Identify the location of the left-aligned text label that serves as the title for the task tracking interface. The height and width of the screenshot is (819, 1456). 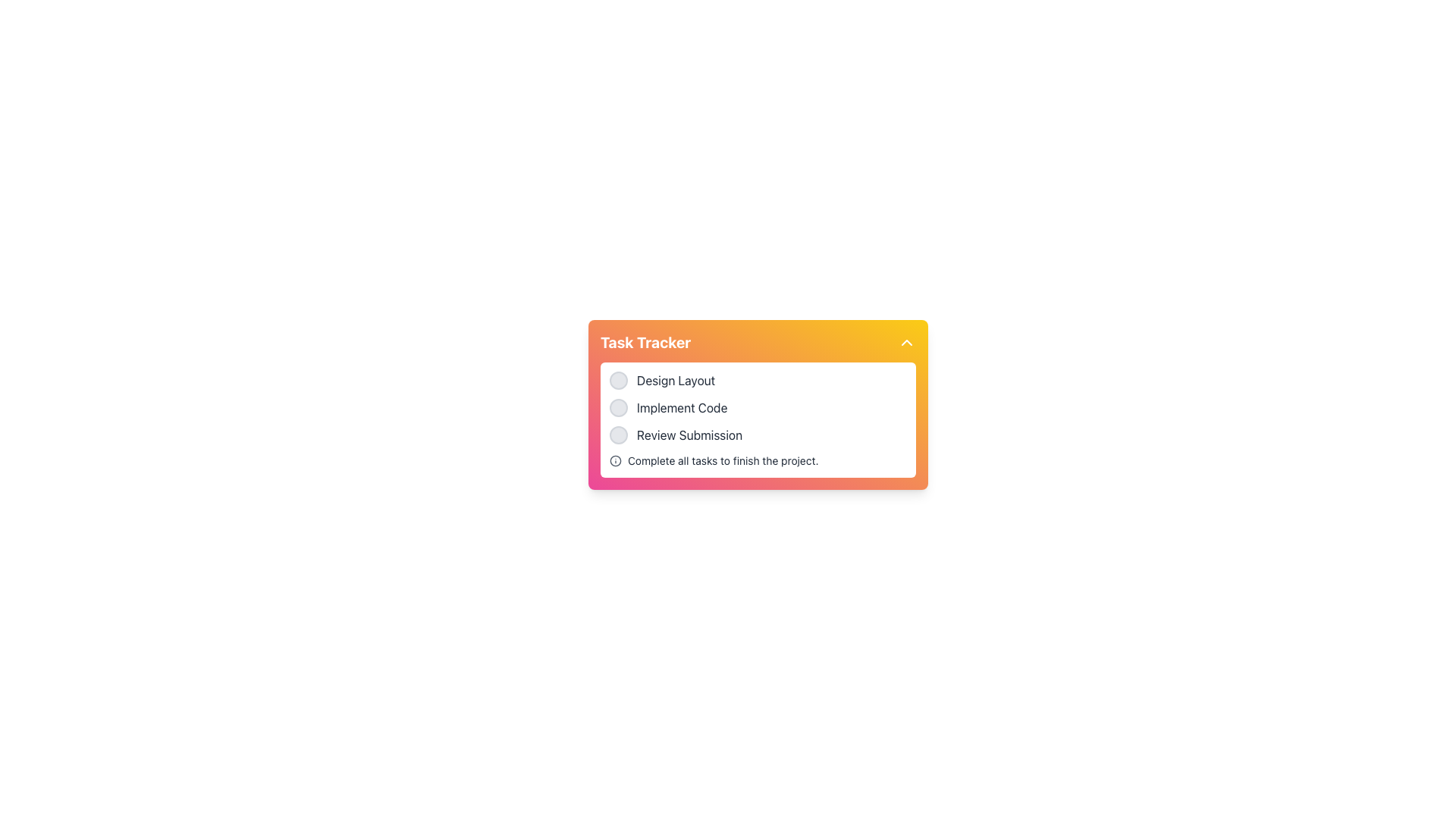
(645, 342).